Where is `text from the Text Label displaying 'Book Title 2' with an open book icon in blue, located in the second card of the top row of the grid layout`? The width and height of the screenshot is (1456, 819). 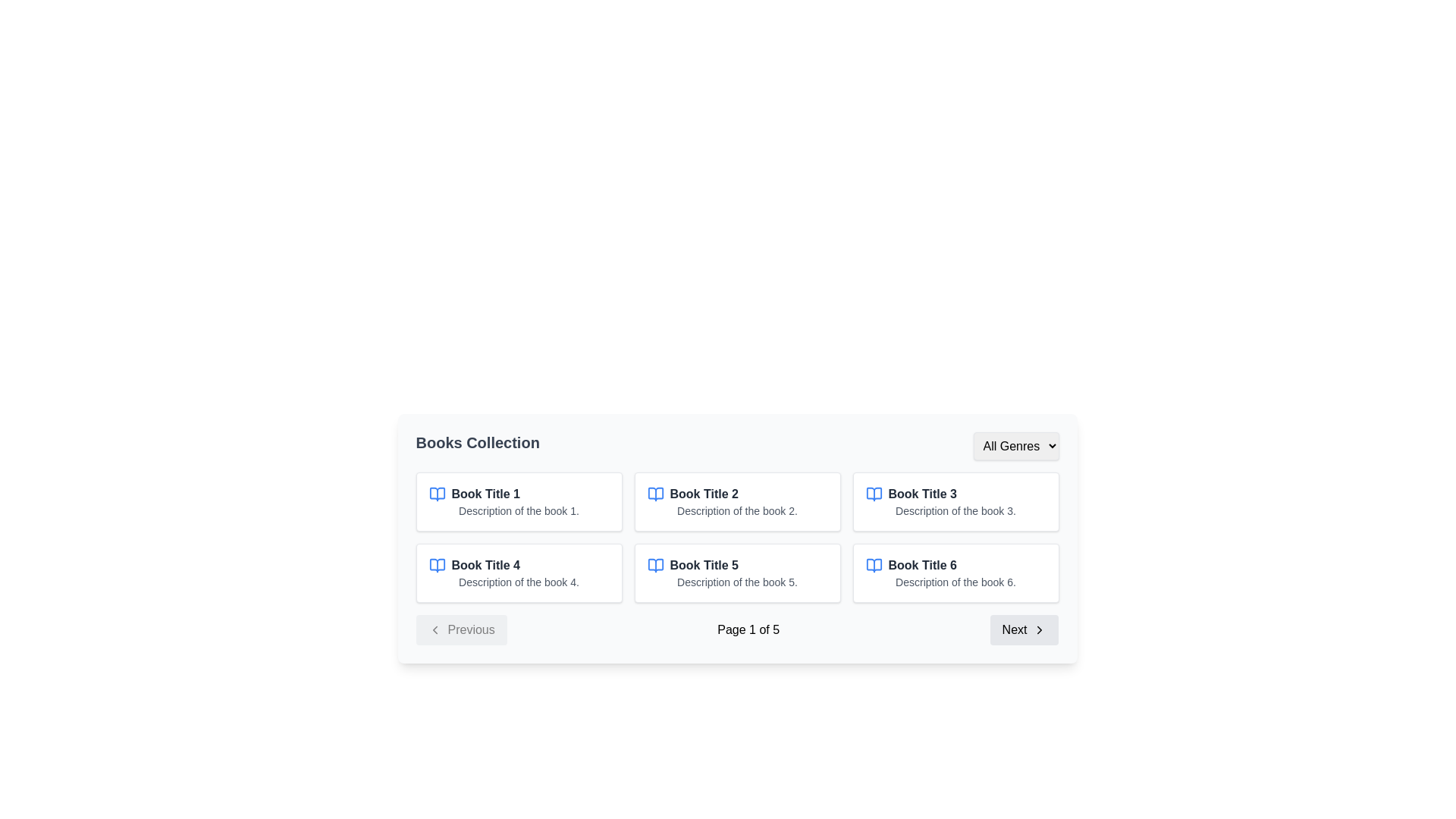 text from the Text Label displaying 'Book Title 2' with an open book icon in blue, located in the second card of the top row of the grid layout is located at coordinates (737, 494).